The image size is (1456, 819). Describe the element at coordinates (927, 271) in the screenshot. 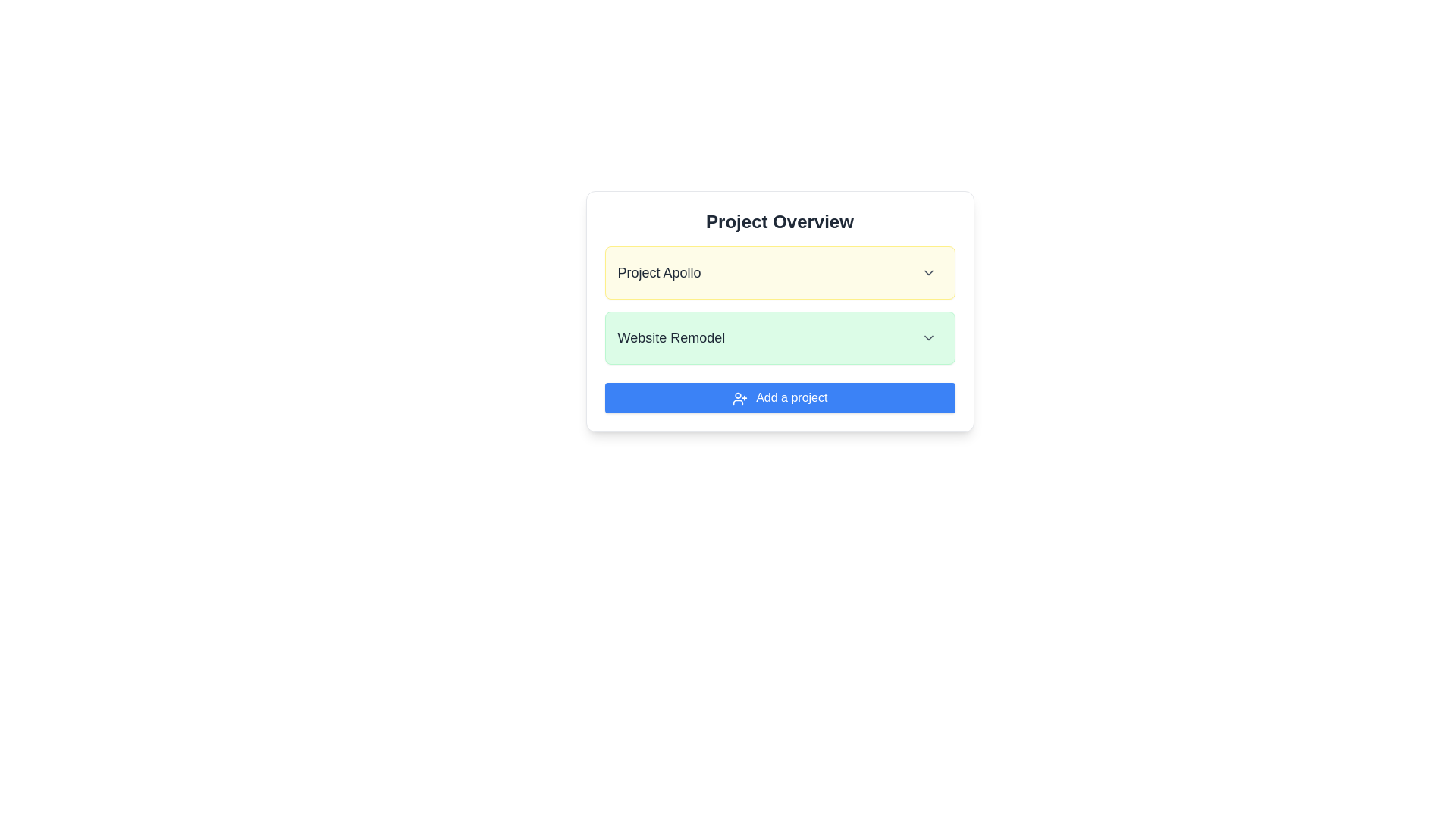

I see `the downward-pointing chevron icon within the 'Project Apollo' dropdown` at that location.